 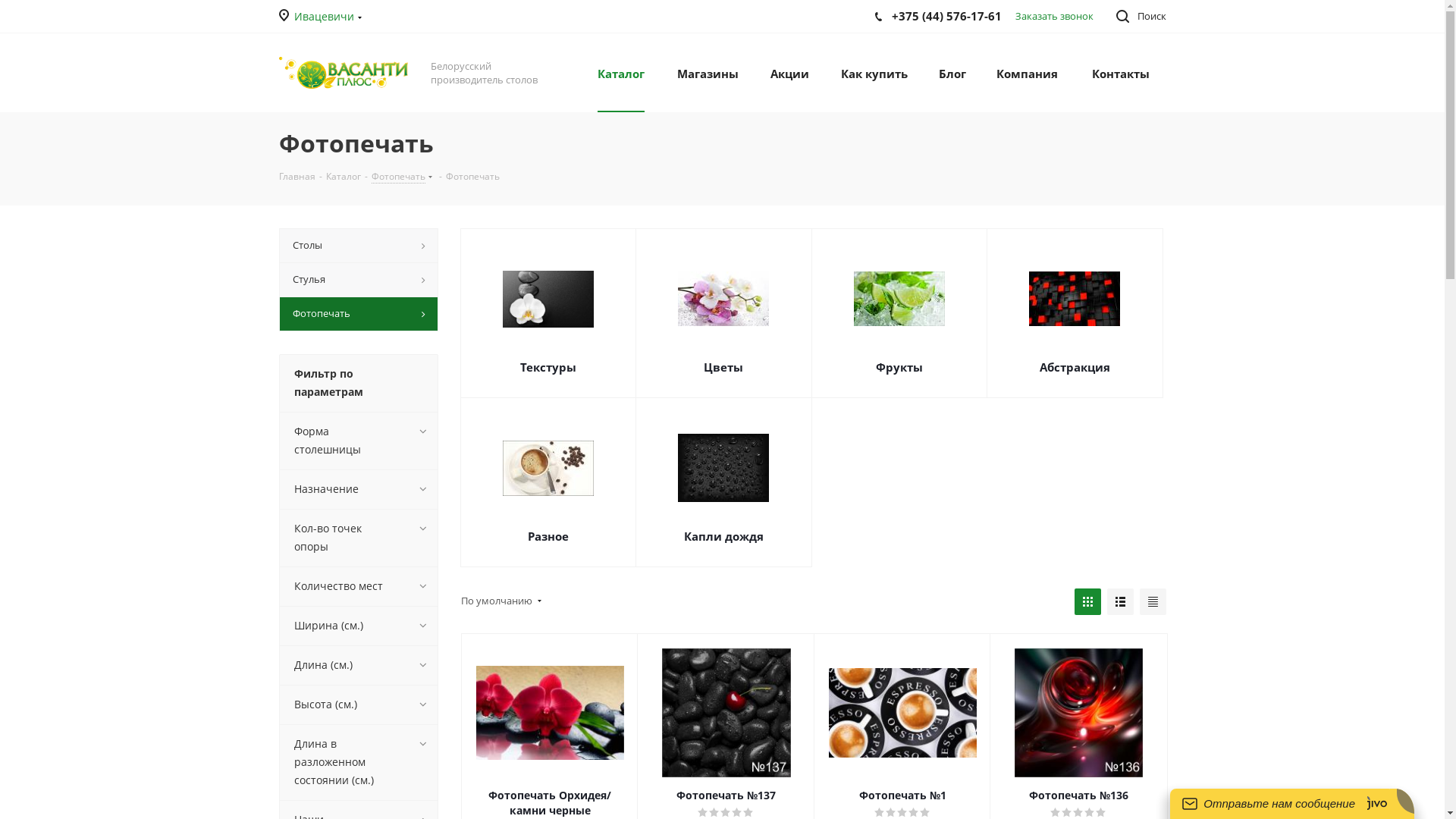 I want to click on '1', so click(x=702, y=812).